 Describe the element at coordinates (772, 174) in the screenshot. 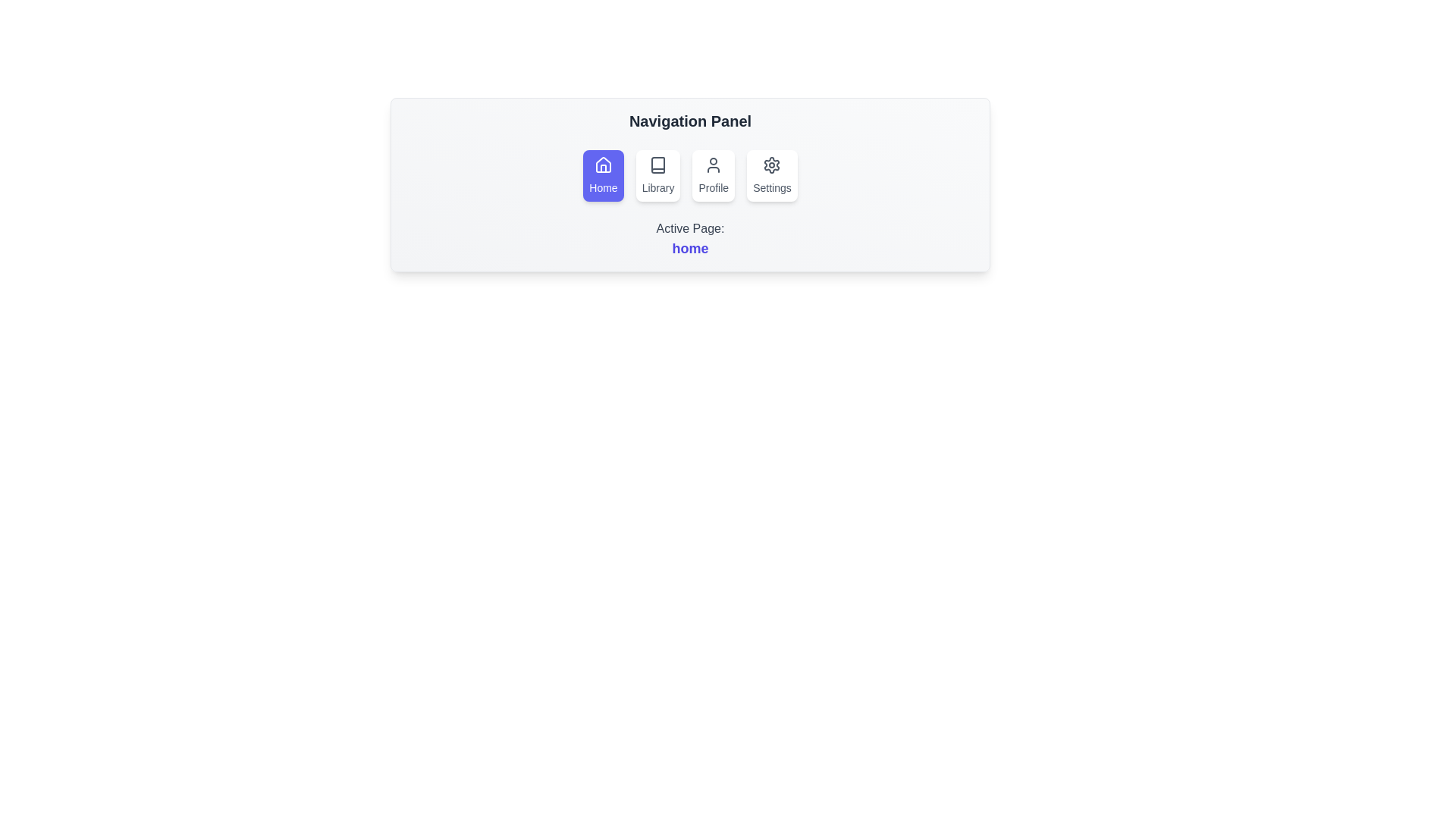

I see `the 'Settings' button, which is the fourth navigation item in the navigation bar` at that location.